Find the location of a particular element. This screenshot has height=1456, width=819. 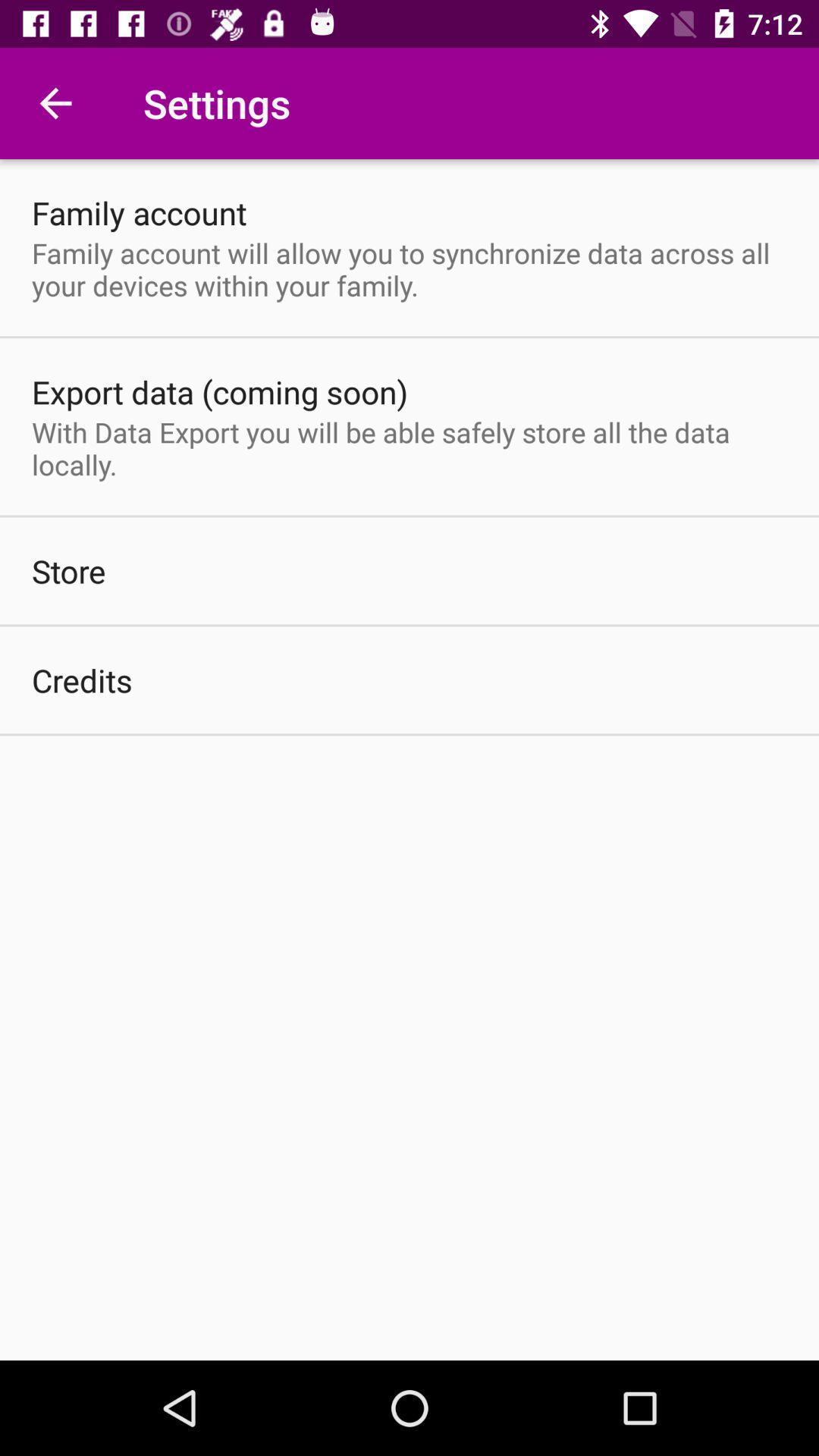

the credits icon is located at coordinates (82, 679).